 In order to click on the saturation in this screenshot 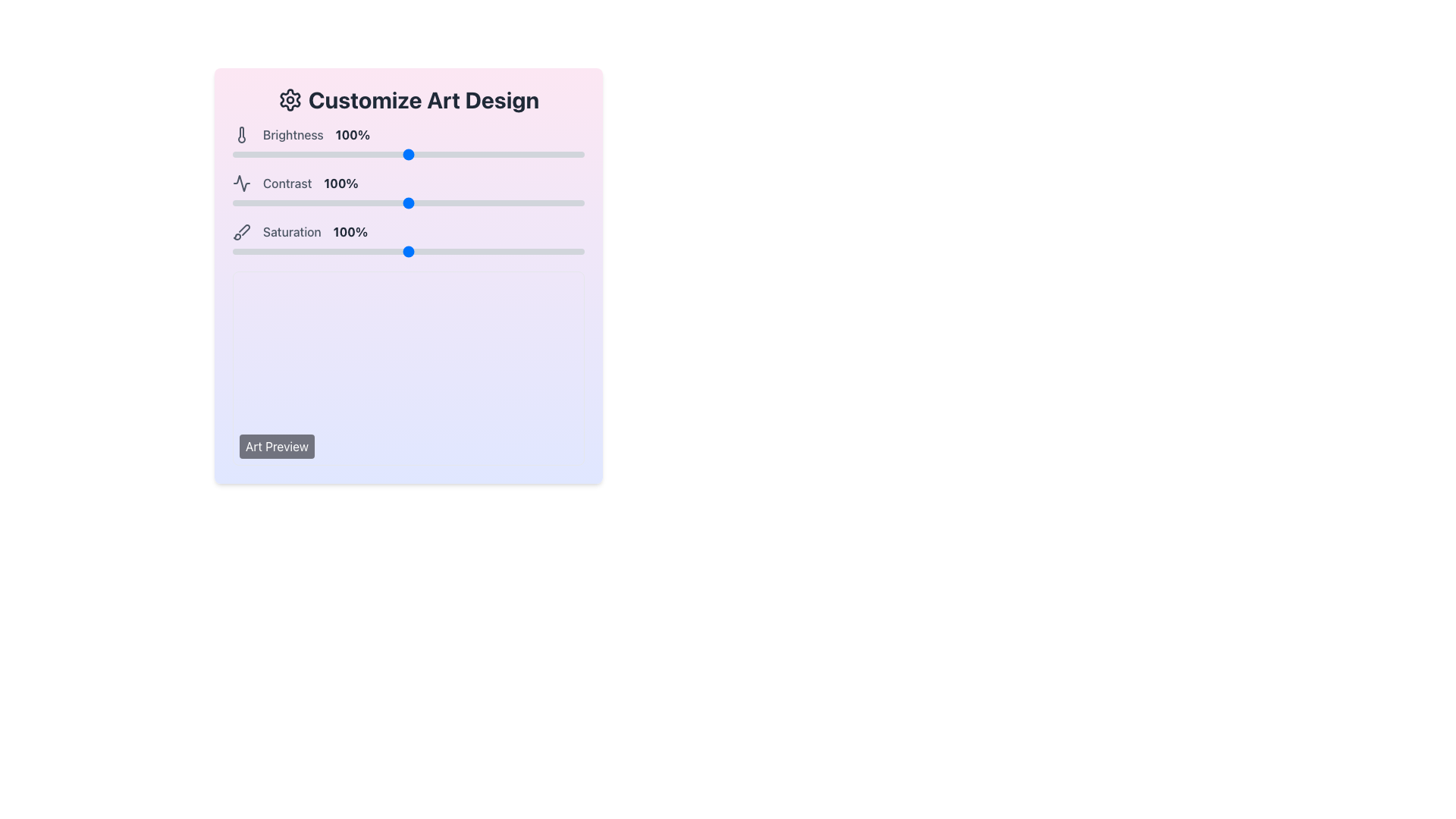, I will do `click(297, 250)`.